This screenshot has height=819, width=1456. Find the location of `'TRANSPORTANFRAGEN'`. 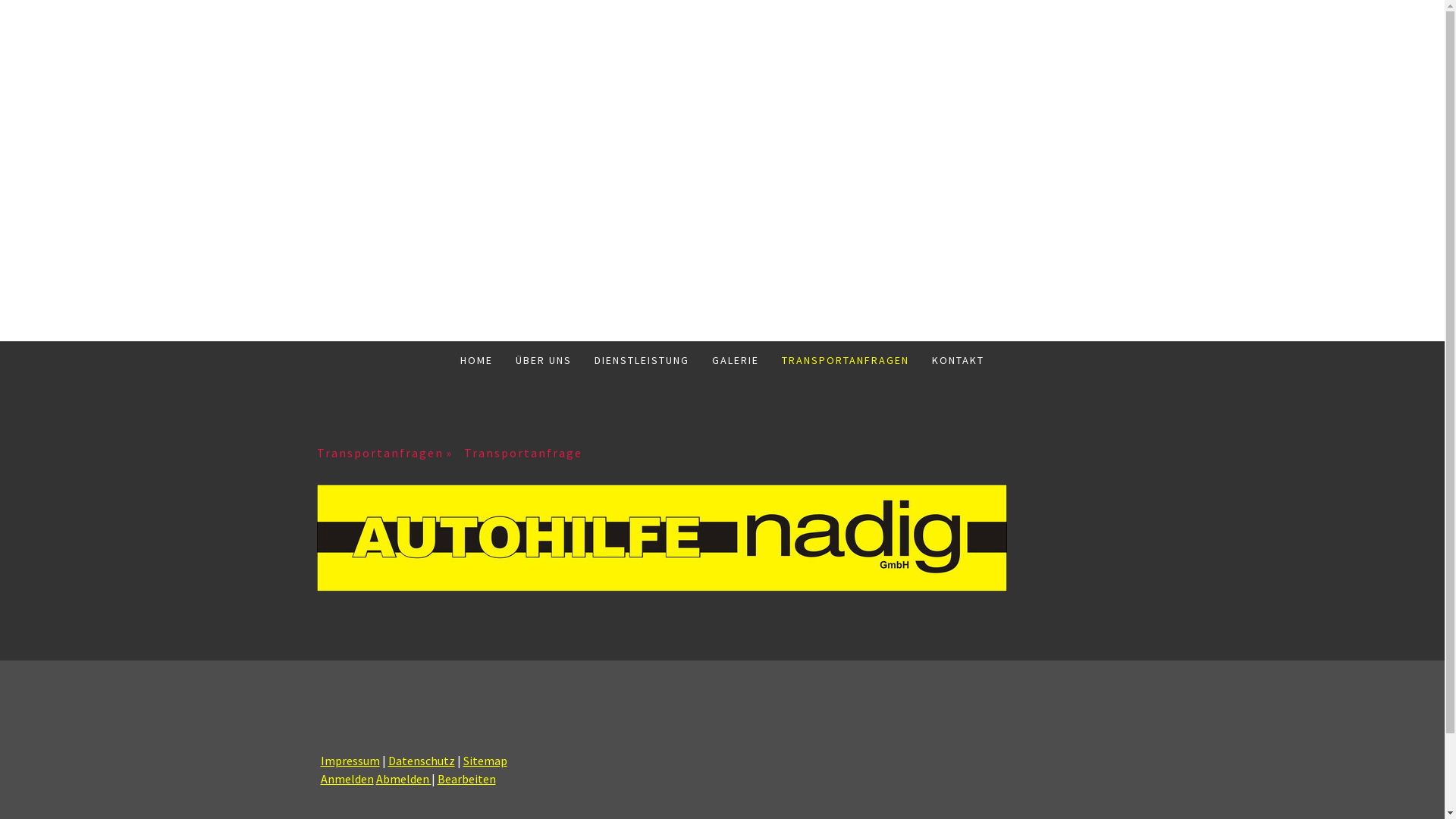

'TRANSPORTANFRAGEN' is located at coordinates (844, 359).